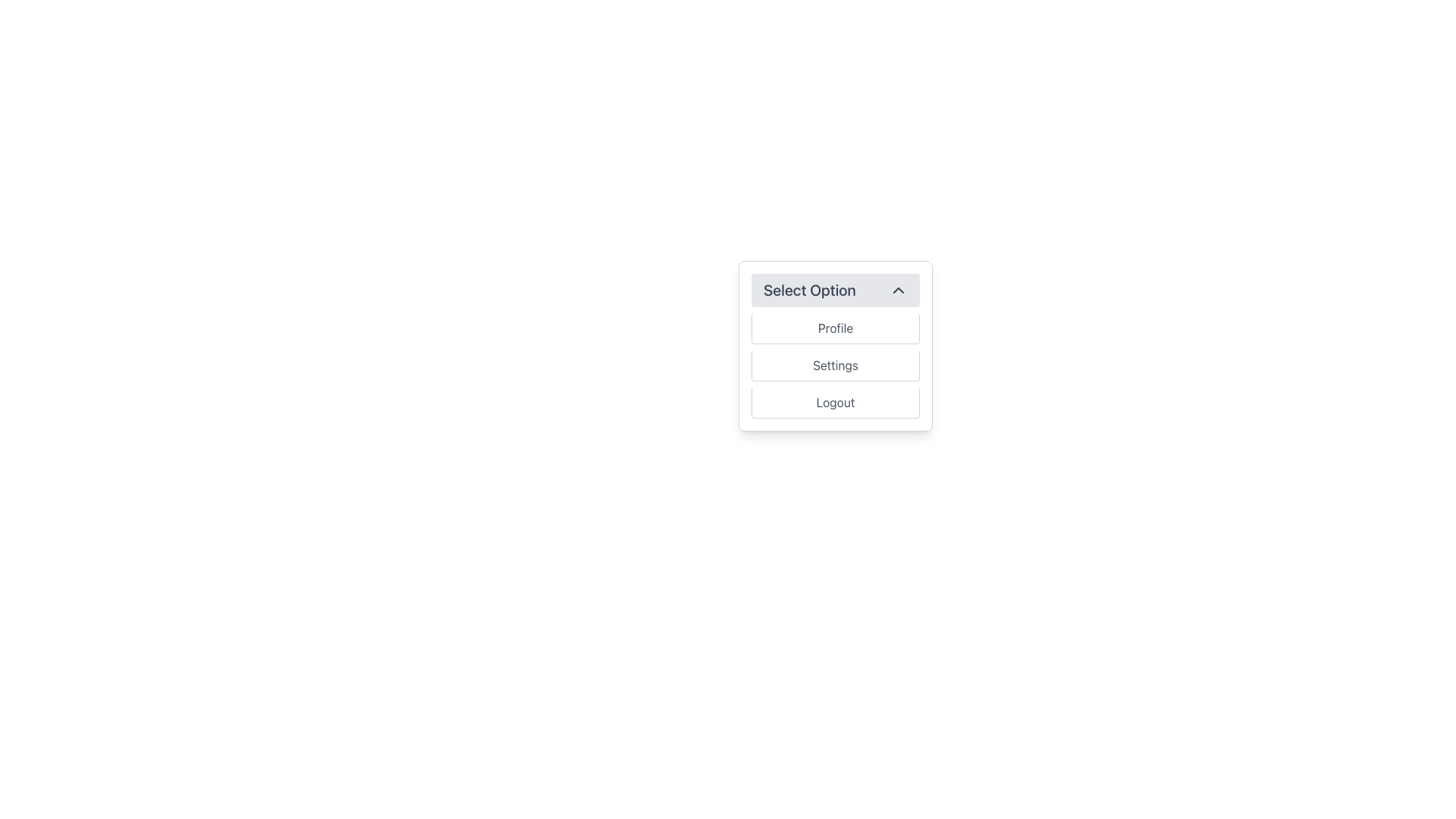 This screenshot has width=1456, height=819. Describe the element at coordinates (835, 290) in the screenshot. I see `the Dropdown Toggle button located at the top of the vertical list, which expands or collapses the options below it` at that location.